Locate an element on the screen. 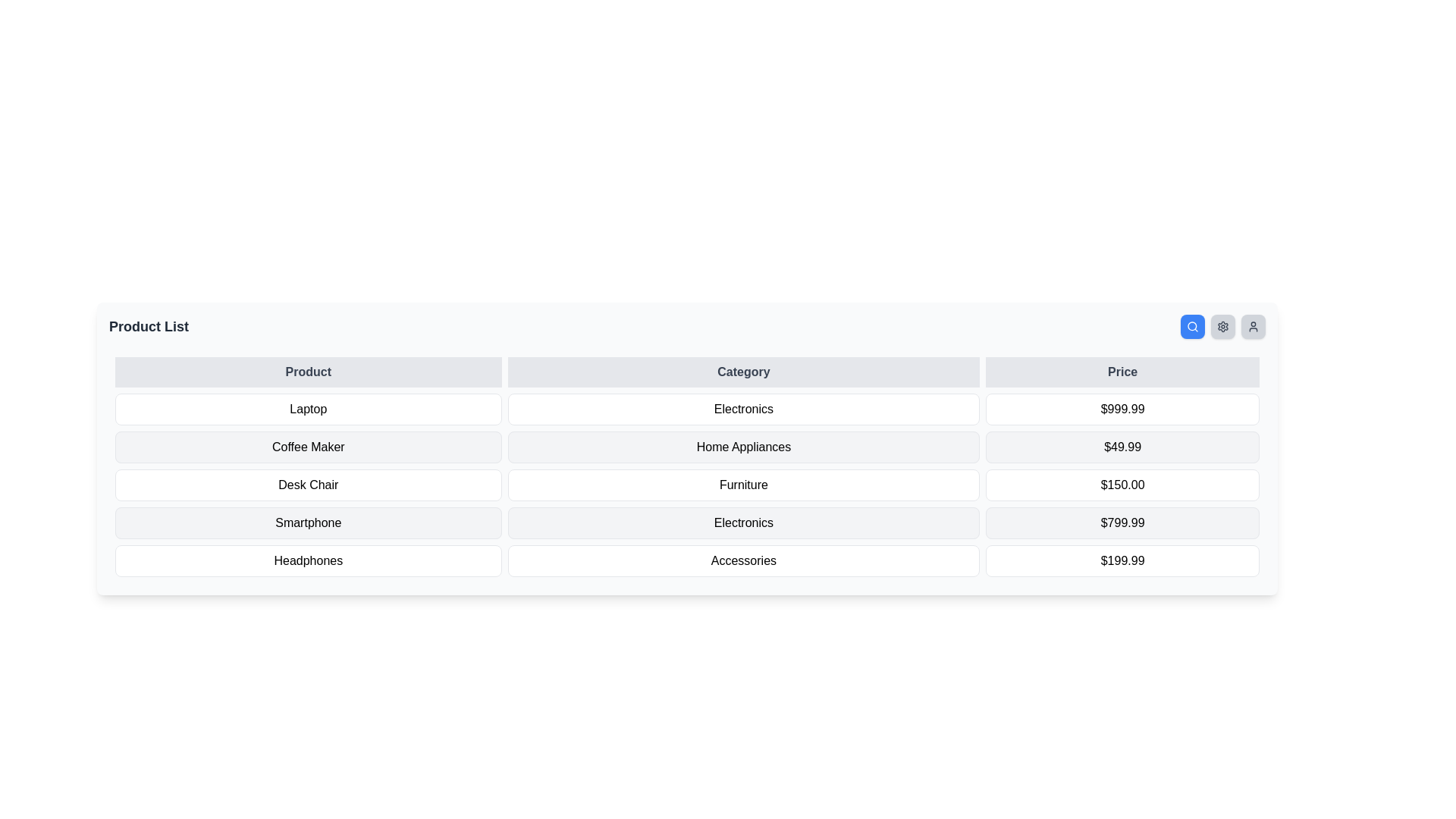  the settings button located at the top right section of the interface is located at coordinates (1222, 326).